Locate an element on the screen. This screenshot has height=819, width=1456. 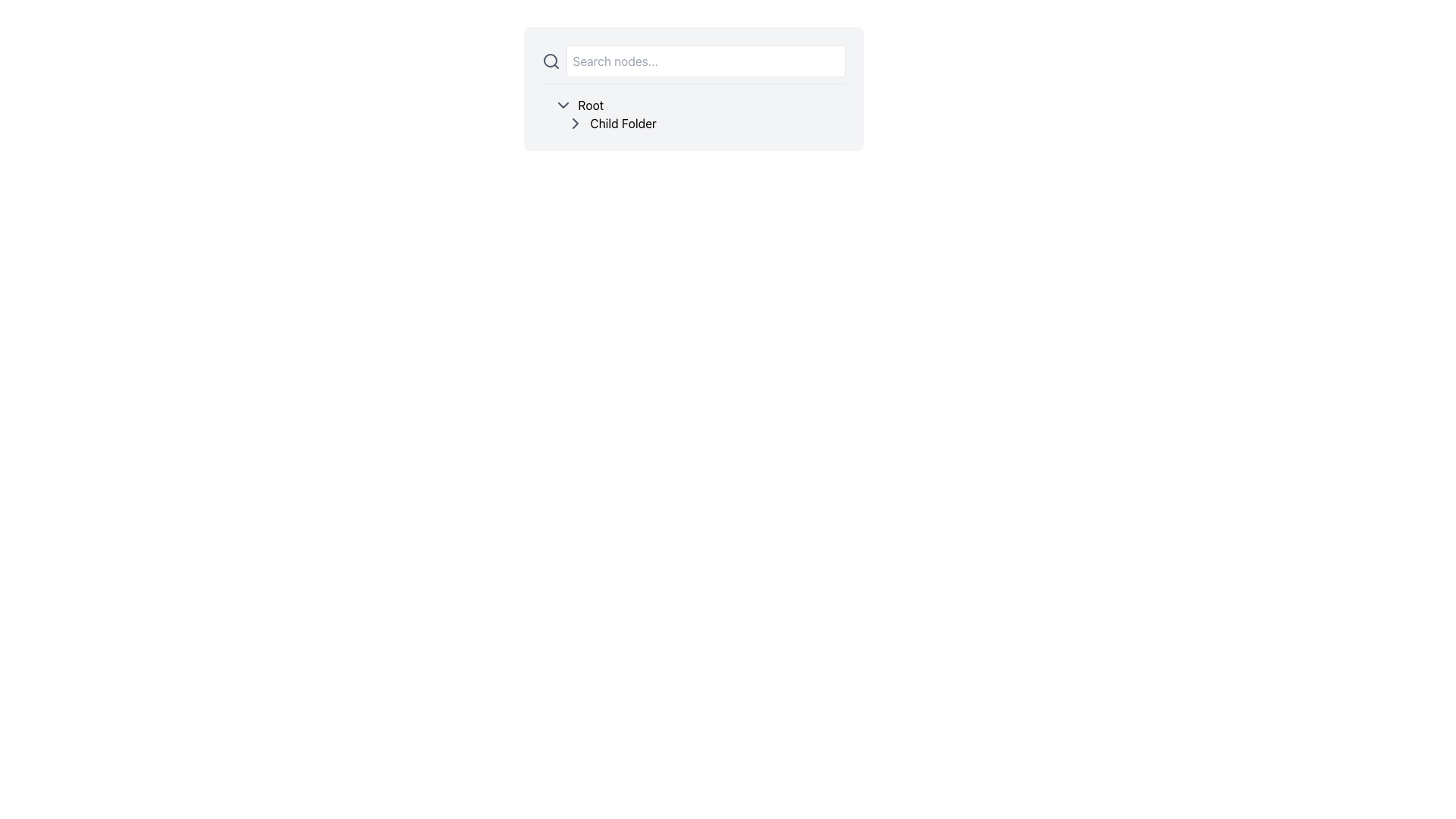
text content of the 'Root' label located in the hierarchical navigation menu, positioned next to the downward arrow icon is located at coordinates (590, 104).